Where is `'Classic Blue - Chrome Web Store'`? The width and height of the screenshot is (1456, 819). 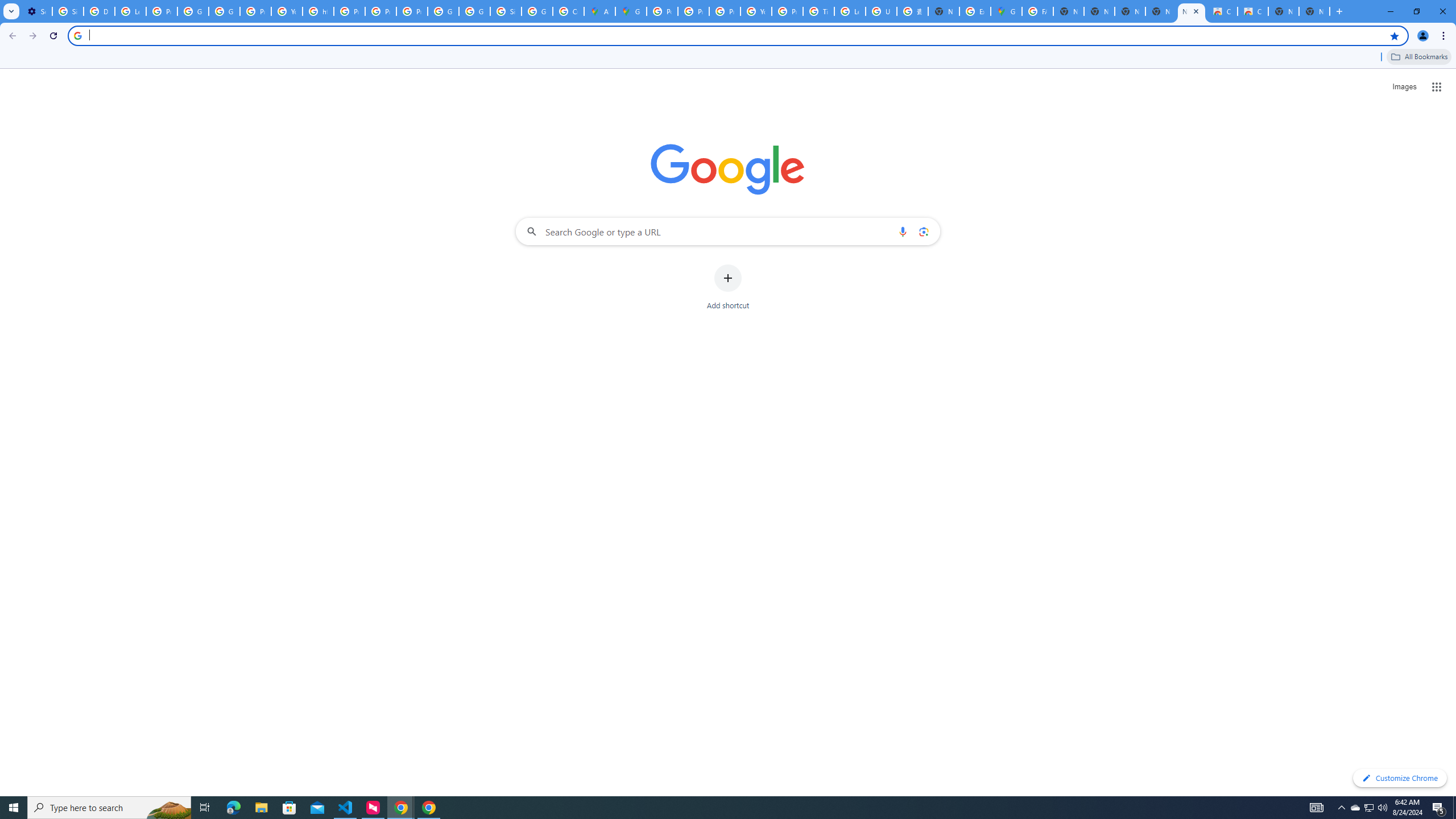 'Classic Blue - Chrome Web Store' is located at coordinates (1222, 11).